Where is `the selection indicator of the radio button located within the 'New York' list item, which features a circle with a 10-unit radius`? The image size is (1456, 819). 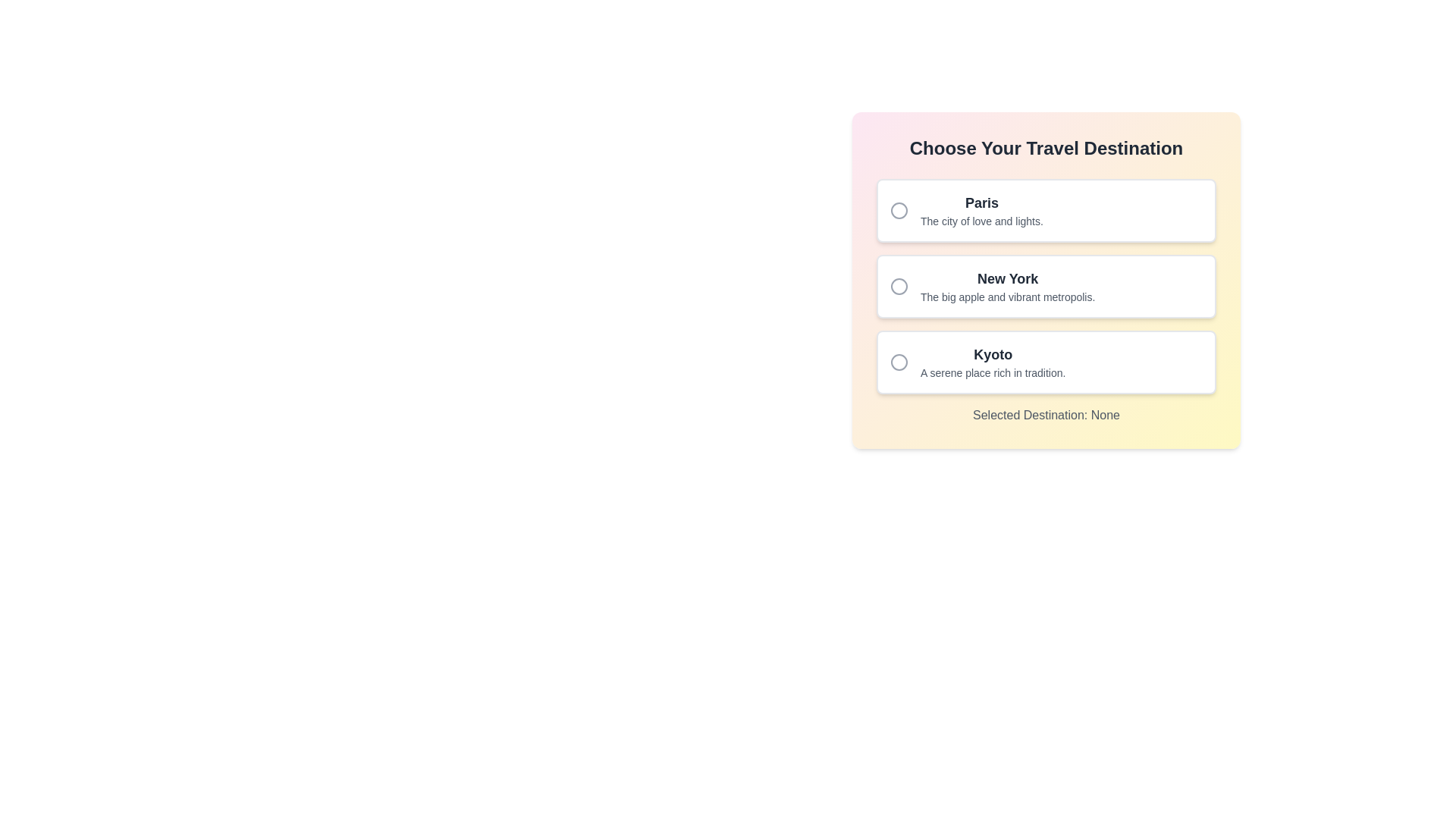
the selection indicator of the radio button located within the 'New York' list item, which features a circle with a 10-unit radius is located at coordinates (899, 287).